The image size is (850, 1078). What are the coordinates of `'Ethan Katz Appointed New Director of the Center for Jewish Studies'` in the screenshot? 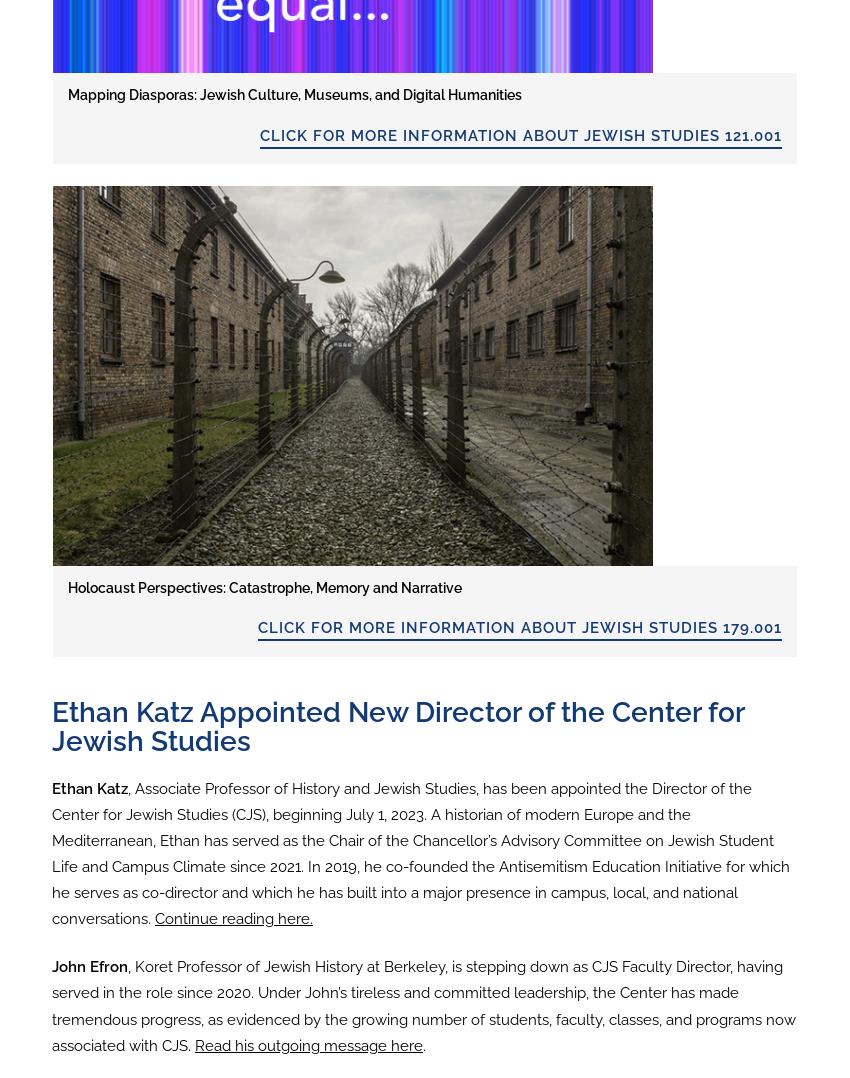 It's located at (397, 725).